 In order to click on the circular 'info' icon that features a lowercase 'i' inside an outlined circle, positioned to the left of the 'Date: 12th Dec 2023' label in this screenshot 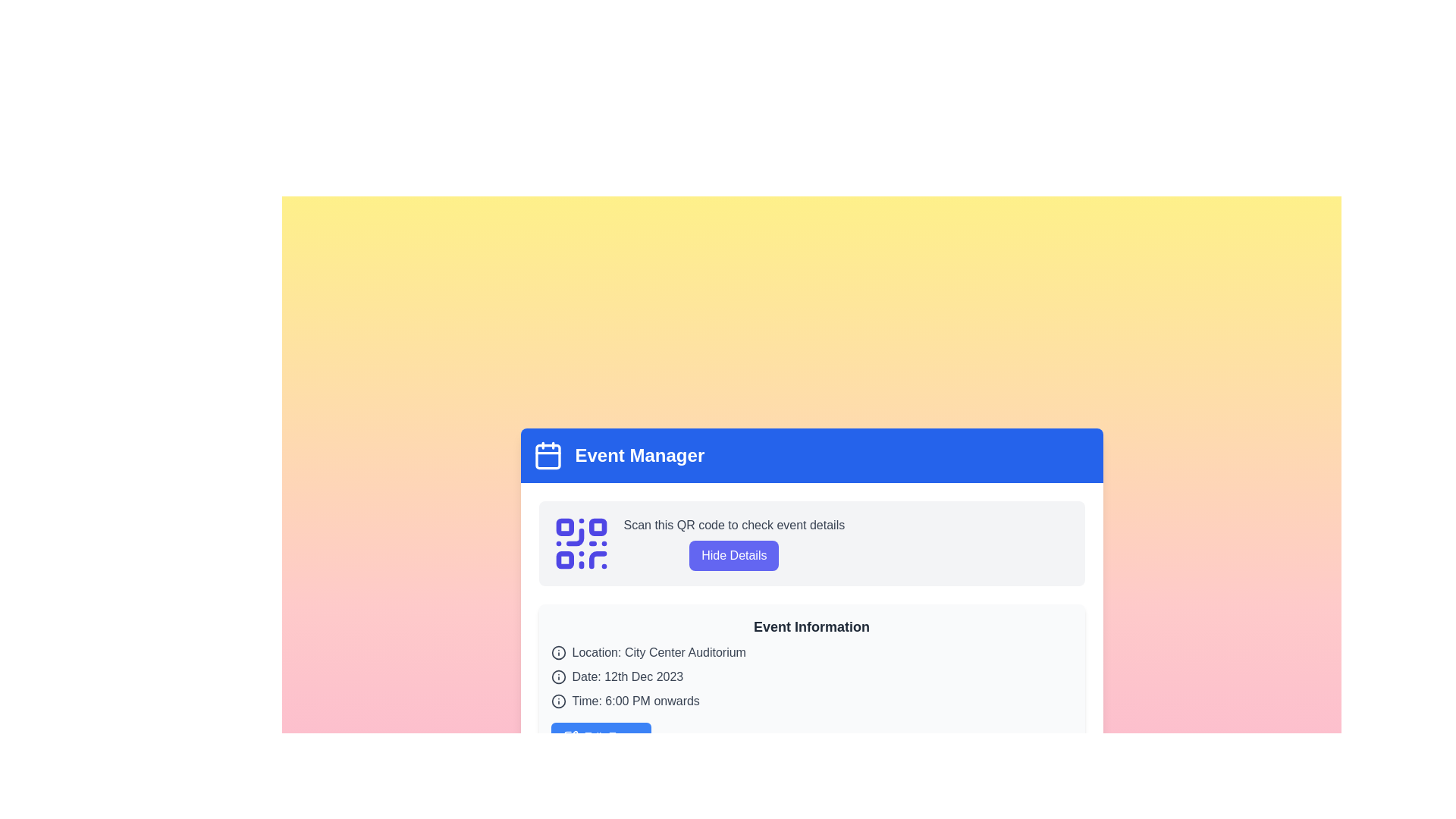, I will do `click(557, 676)`.